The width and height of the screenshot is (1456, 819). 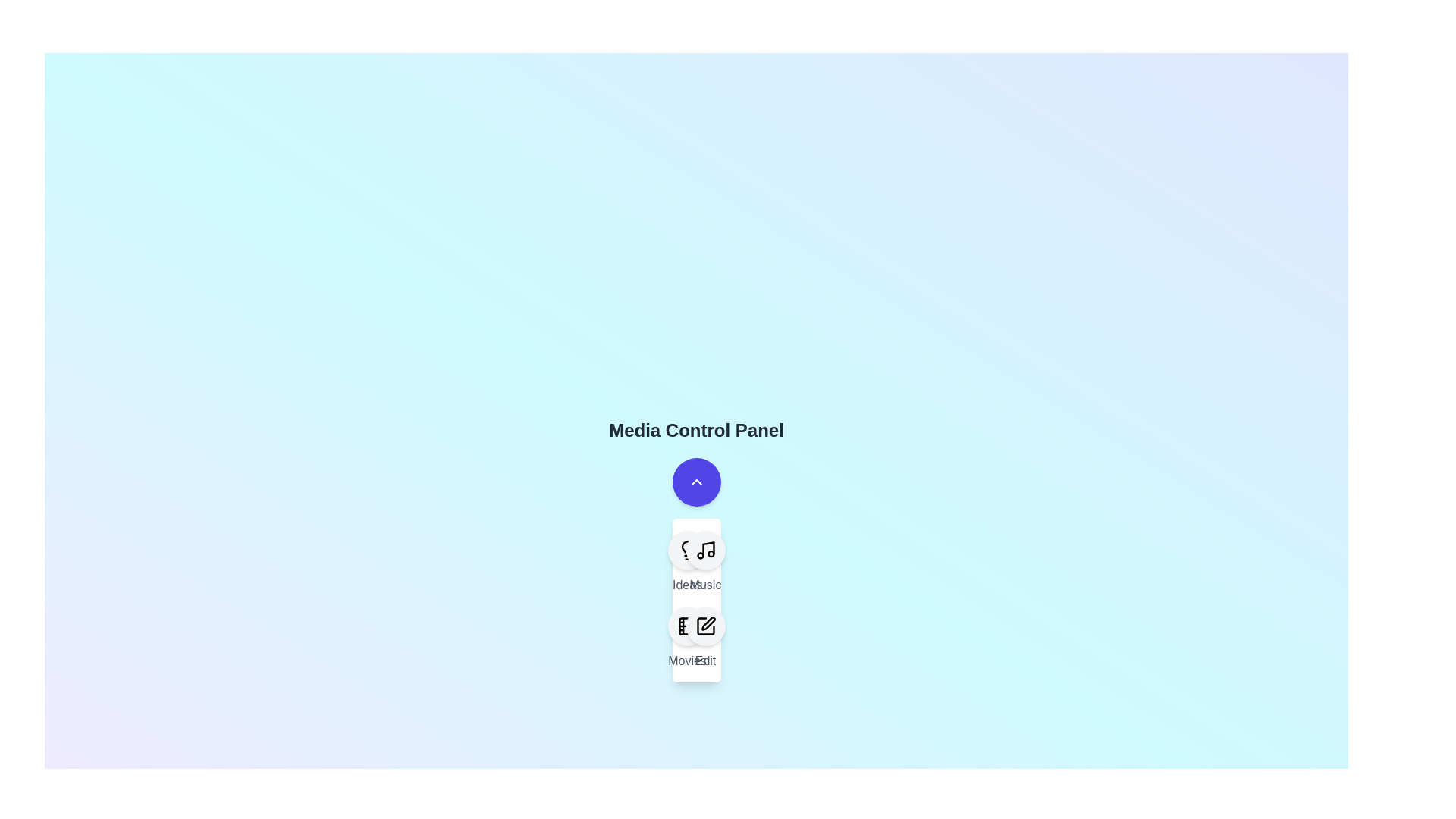 I want to click on the menu item labeled Movies, so click(x=686, y=638).